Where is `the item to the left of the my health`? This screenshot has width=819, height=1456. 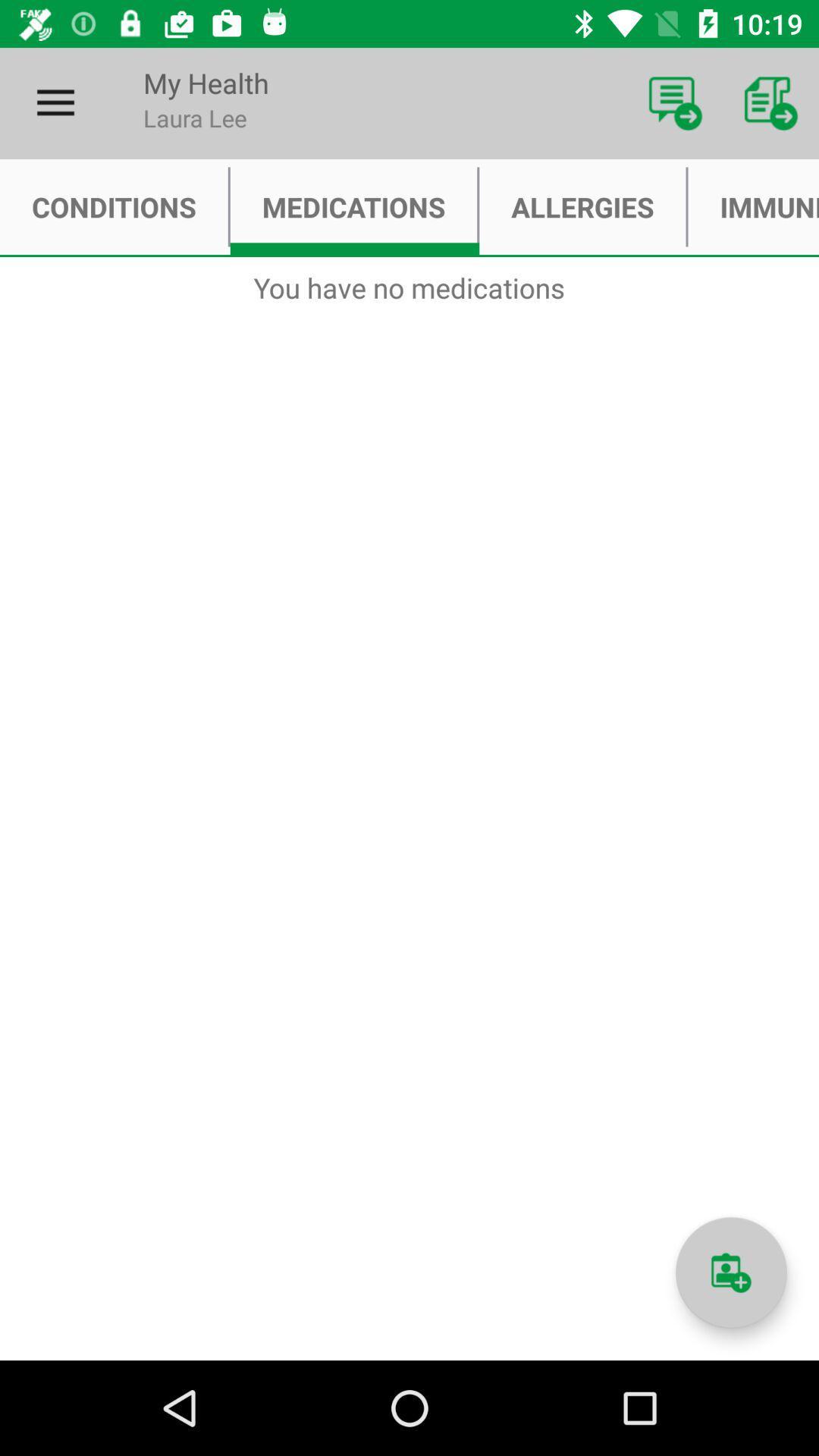
the item to the left of the my health is located at coordinates (55, 102).